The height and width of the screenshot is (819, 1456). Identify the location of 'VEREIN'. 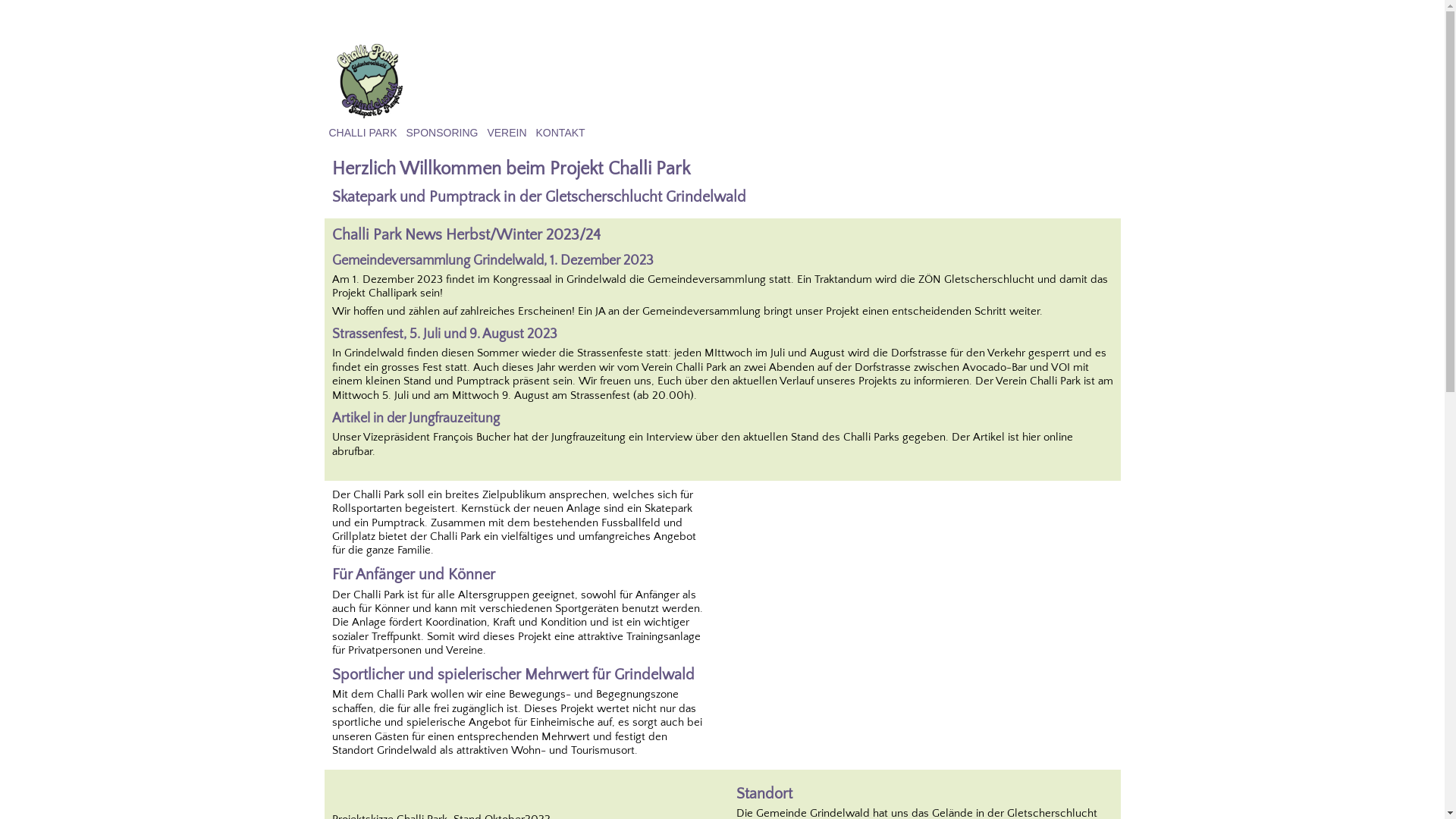
(506, 132).